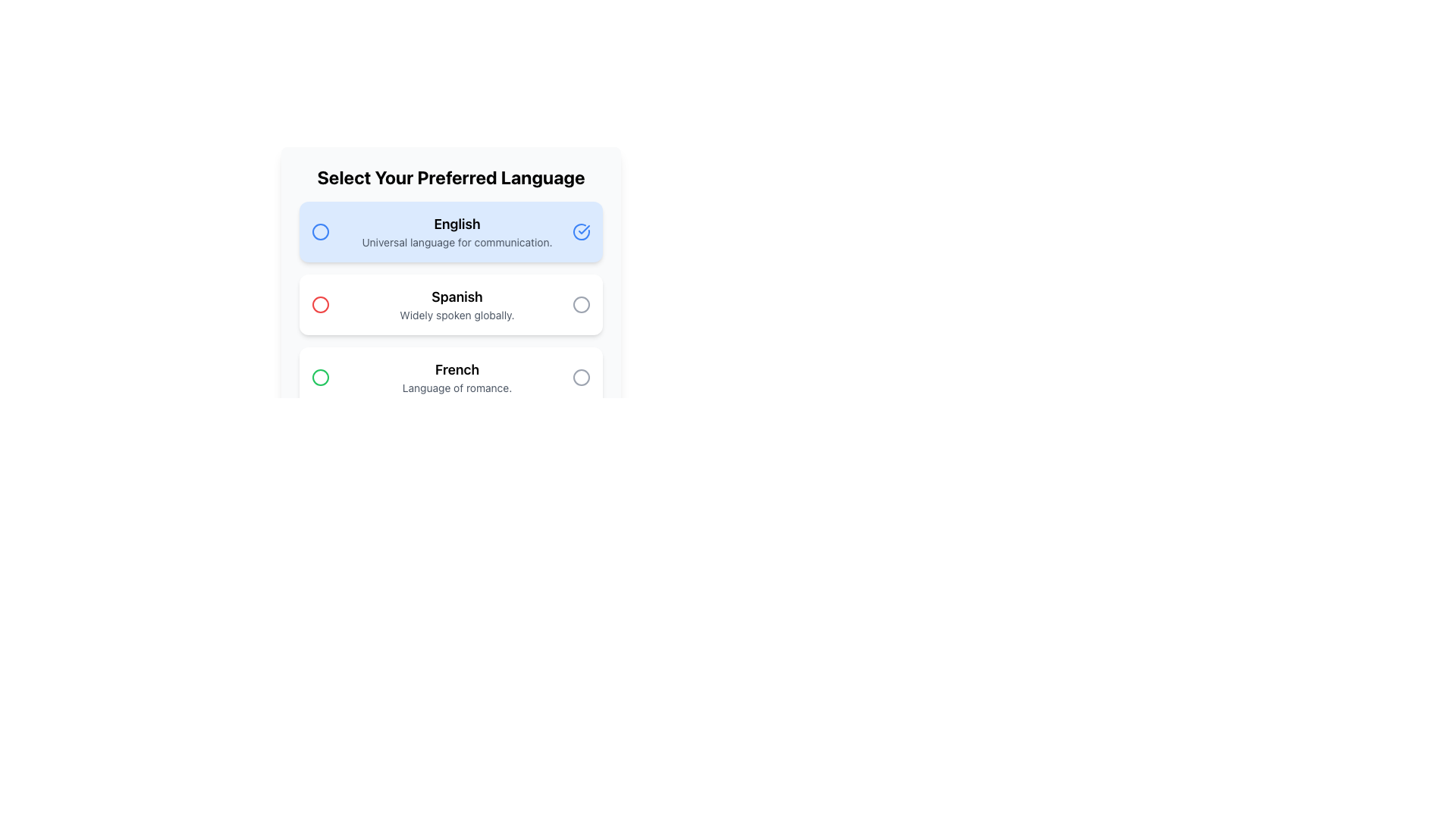  What do you see at coordinates (581, 376) in the screenshot?
I see `the circular indicator icon located to the far right of the 'French' language option, adjacent to the text 'Language of romance.'` at bounding box center [581, 376].